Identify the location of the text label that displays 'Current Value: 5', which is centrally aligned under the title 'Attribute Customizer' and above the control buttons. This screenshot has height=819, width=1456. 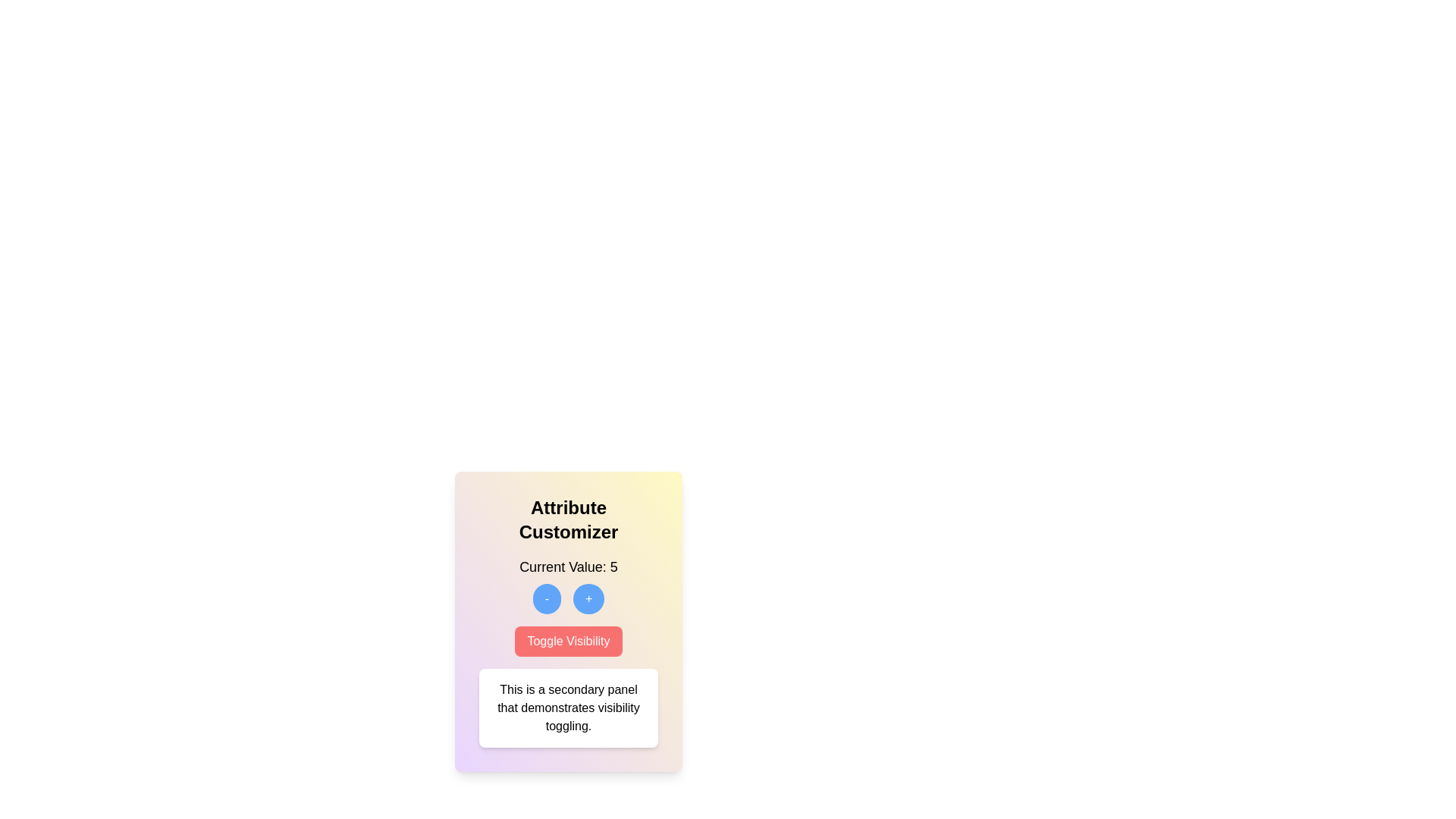
(567, 567).